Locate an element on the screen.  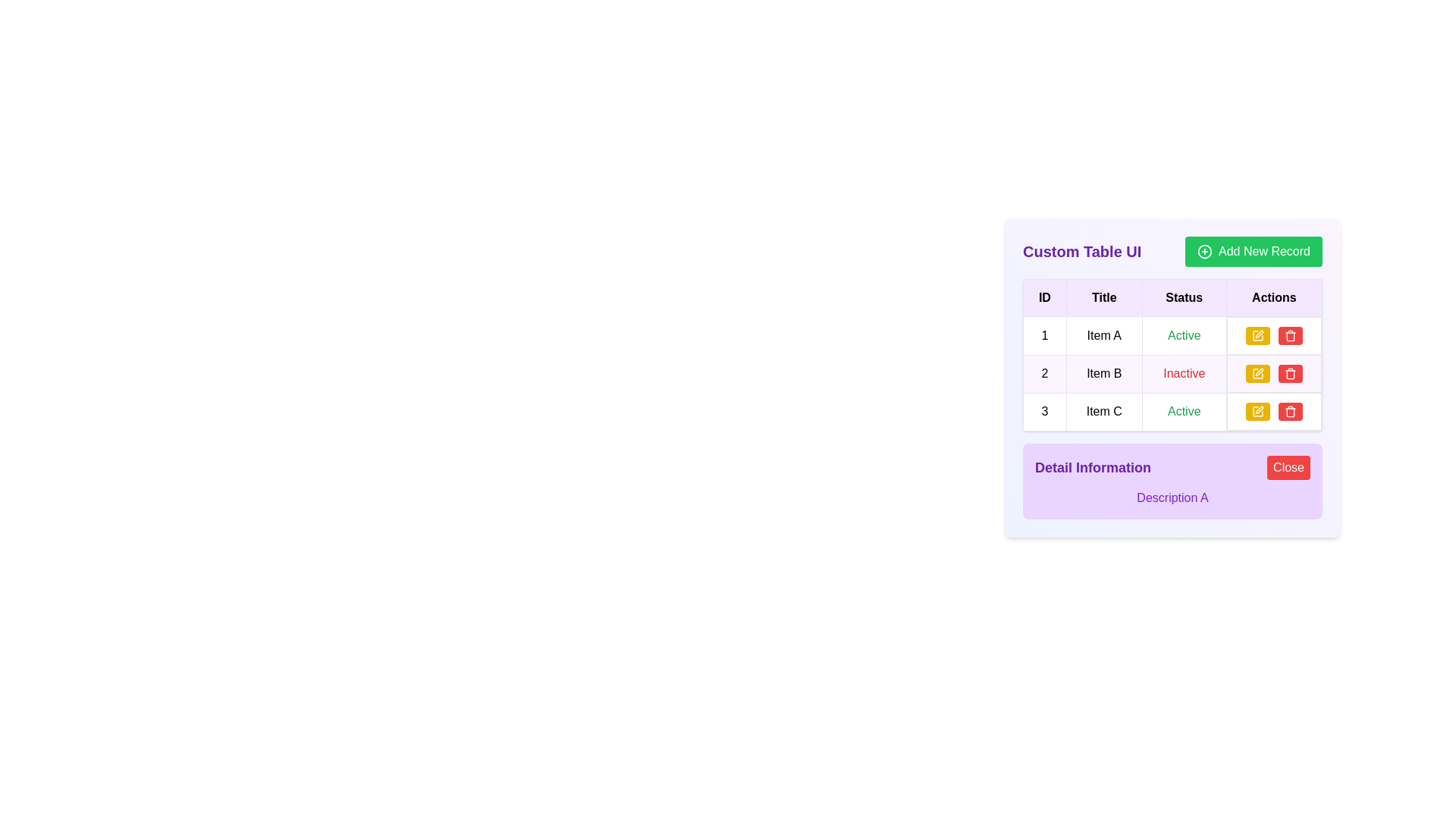
the green text label reading 'Active' located in the 'Status' column of the first row in the 'Custom Table UI' is located at coordinates (1183, 334).